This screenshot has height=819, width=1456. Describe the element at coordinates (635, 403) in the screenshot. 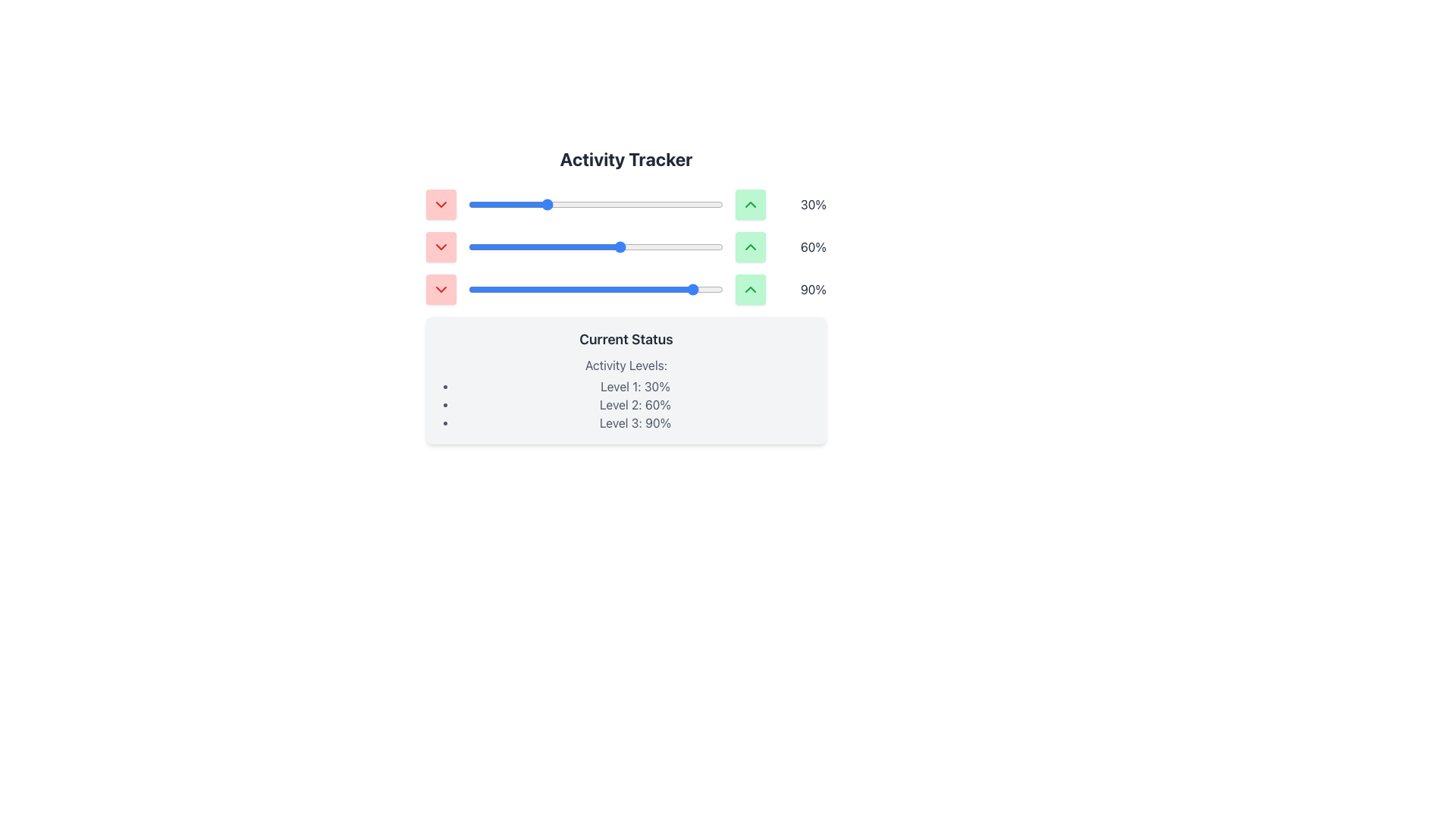

I see `the text label displaying 'Level 2: 60%' which is the second item in the vertical bulleted list under 'Current Status: Activity Levels:'` at that location.